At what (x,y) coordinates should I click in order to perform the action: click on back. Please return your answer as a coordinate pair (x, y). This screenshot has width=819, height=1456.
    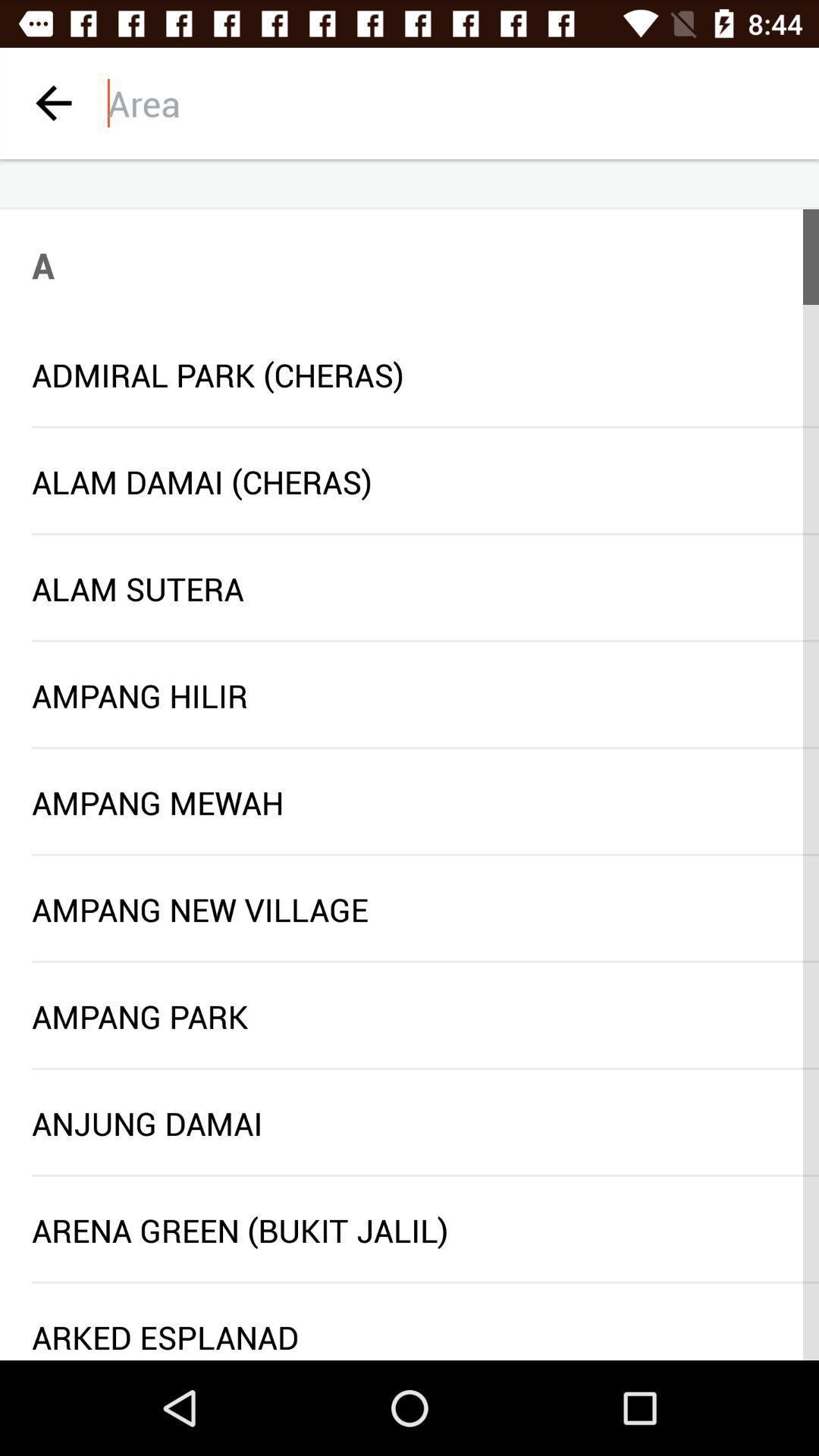
    Looking at the image, I should click on (52, 102).